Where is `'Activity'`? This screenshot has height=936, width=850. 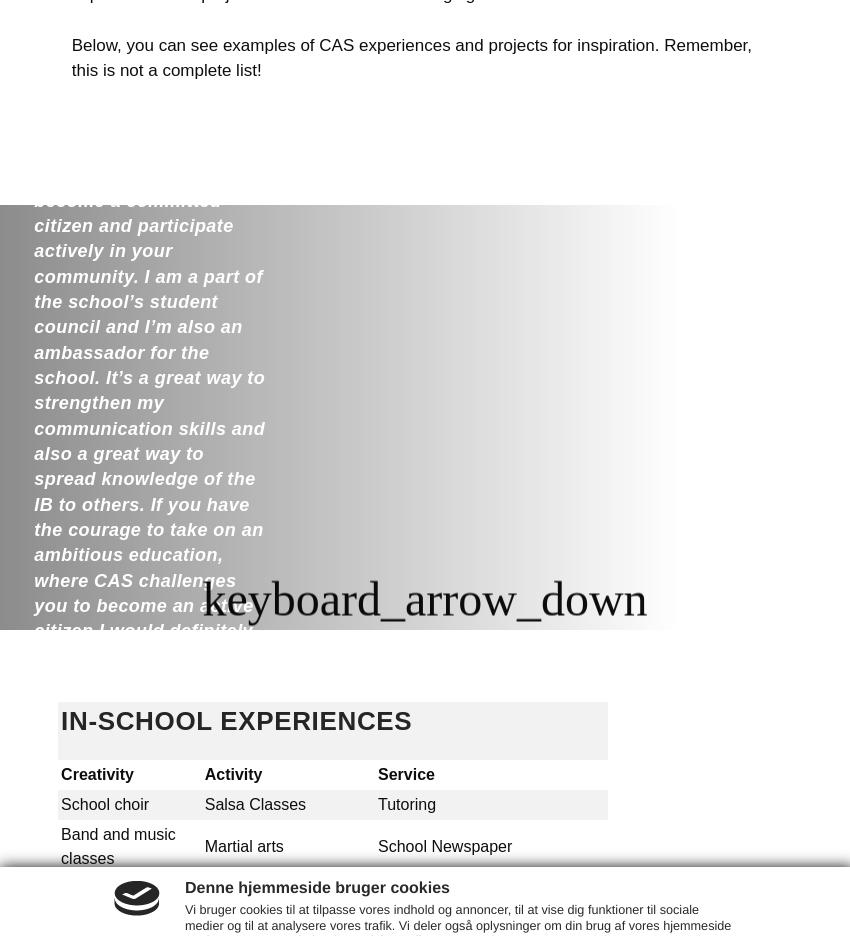
'Activity' is located at coordinates (235, 774).